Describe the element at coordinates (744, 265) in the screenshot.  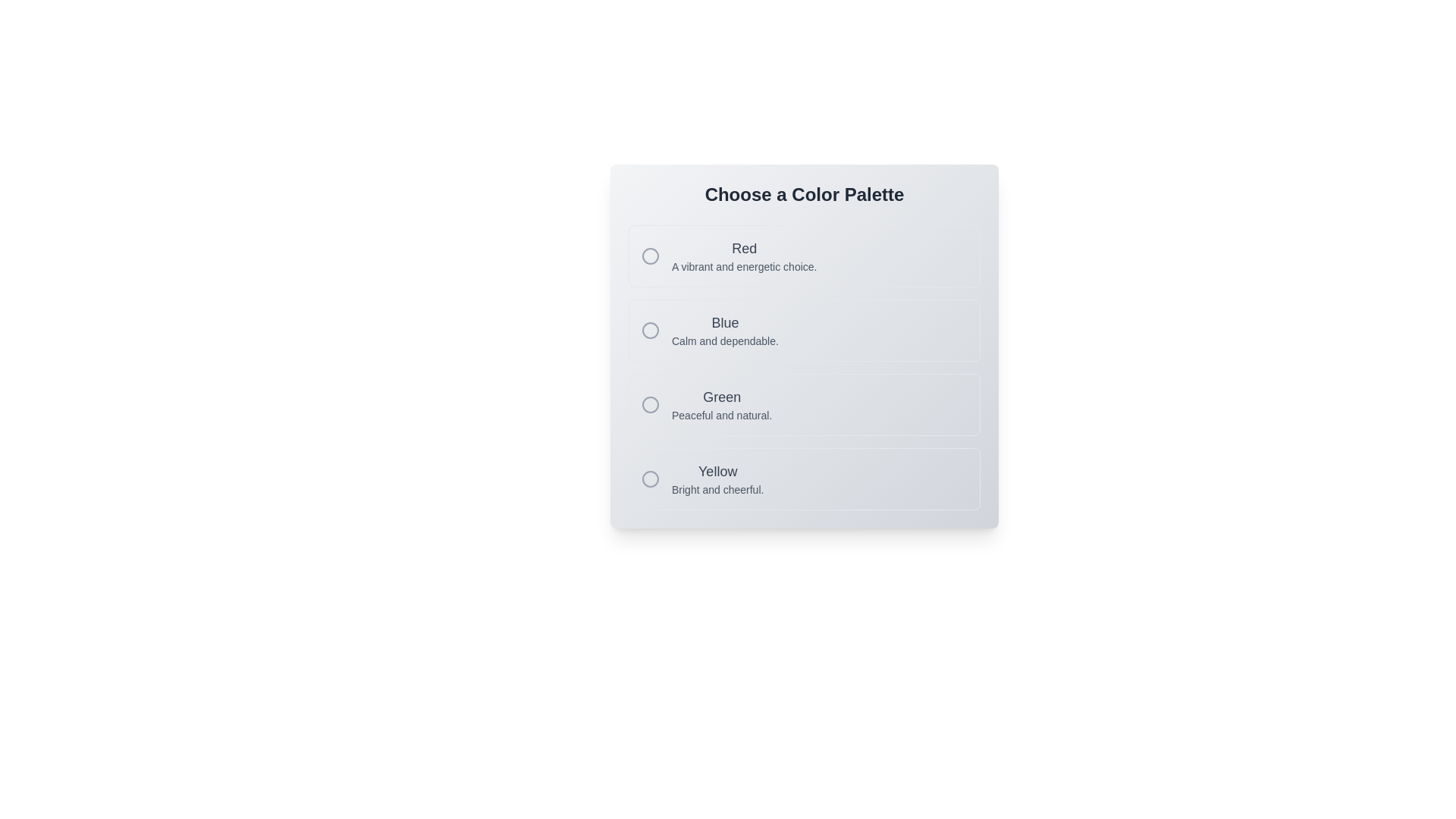
I see `the static text that reads 'A vibrant and energetic choice.' which is styled with a smaller font size and medium-gray color, located immediately below the word 'Red' in the first option of the color palette list` at that location.